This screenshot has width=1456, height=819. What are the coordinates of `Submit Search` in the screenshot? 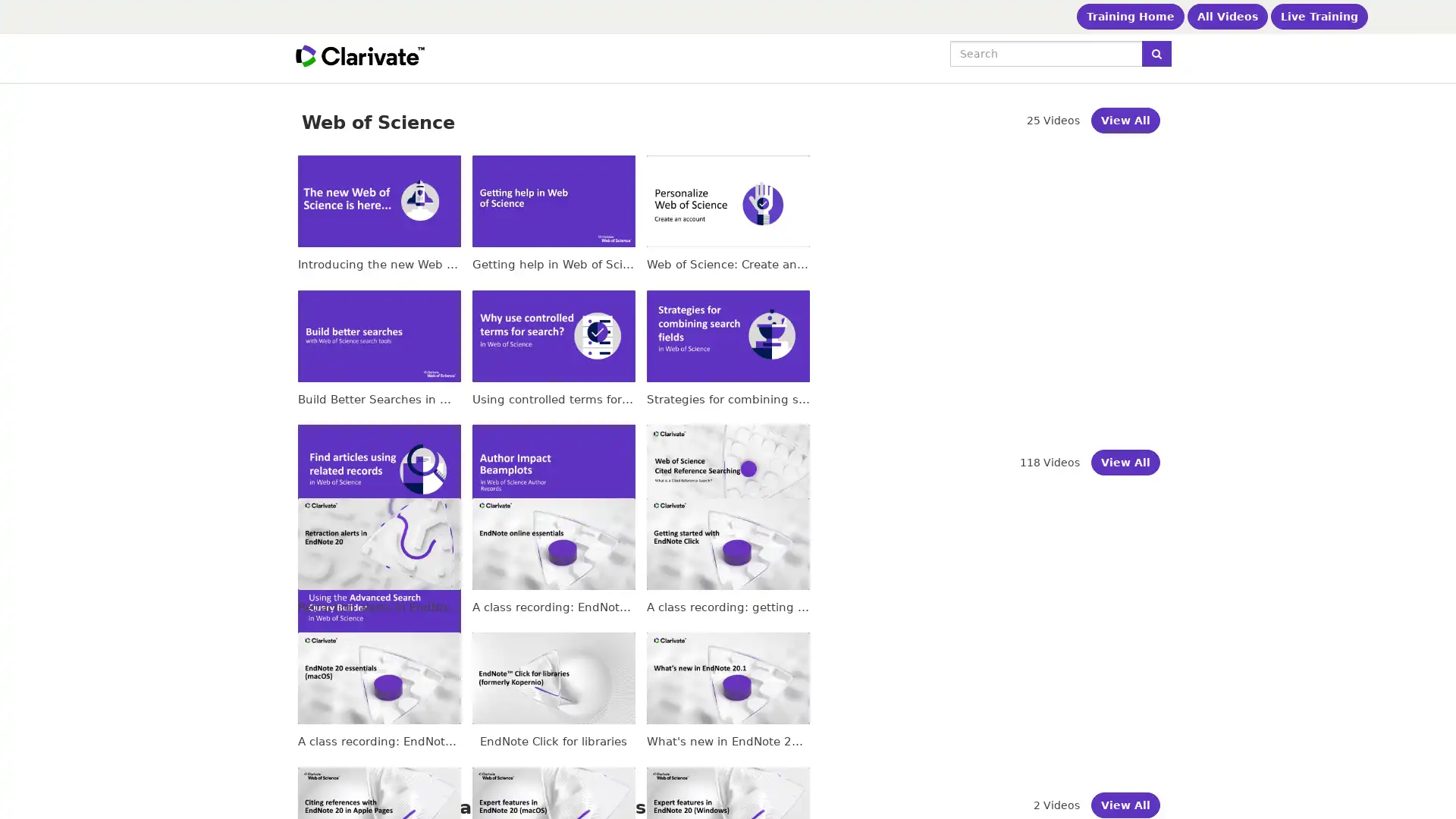 It's located at (1156, 52).